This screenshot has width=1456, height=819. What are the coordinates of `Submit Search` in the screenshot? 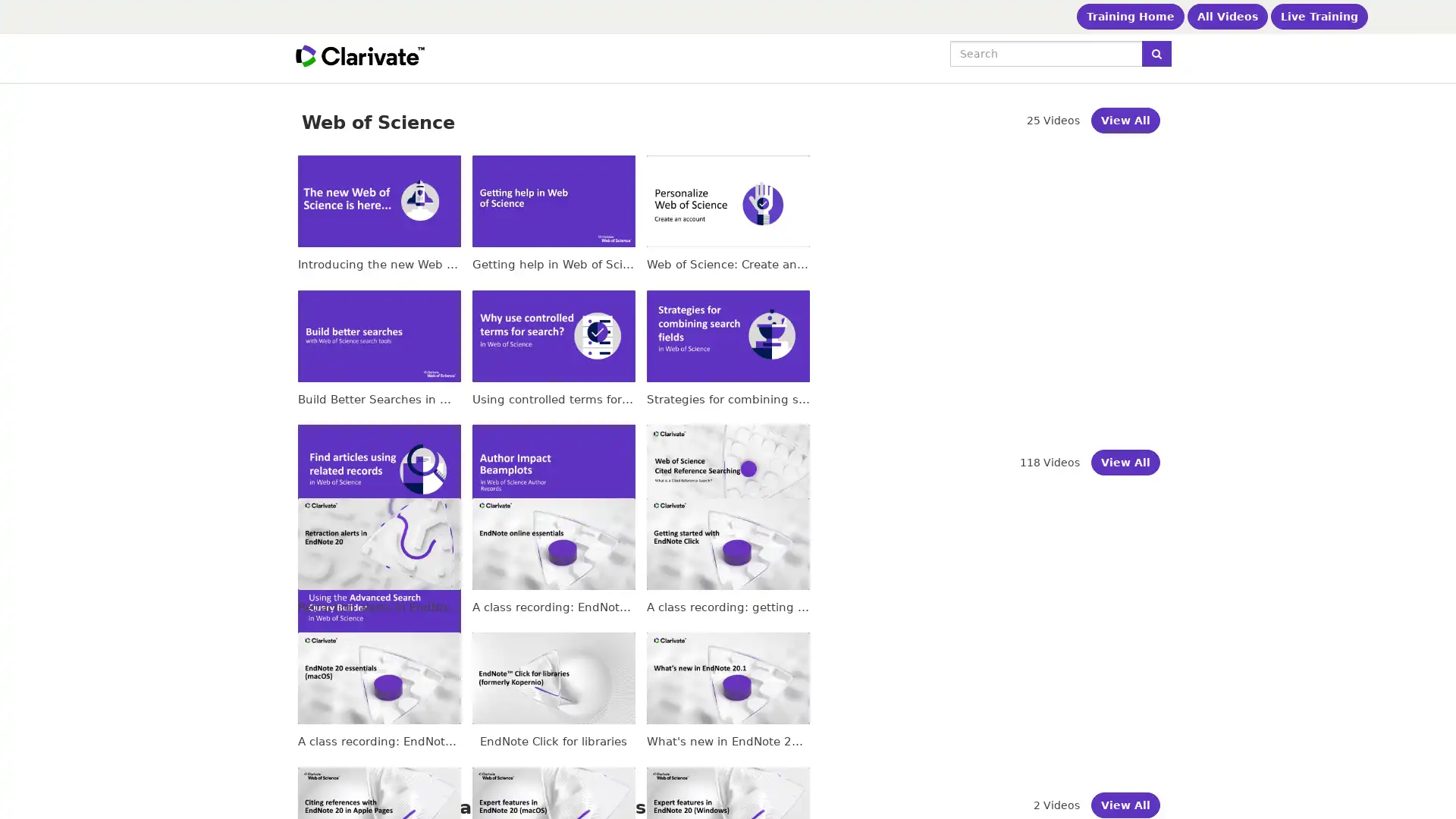 It's located at (1156, 52).